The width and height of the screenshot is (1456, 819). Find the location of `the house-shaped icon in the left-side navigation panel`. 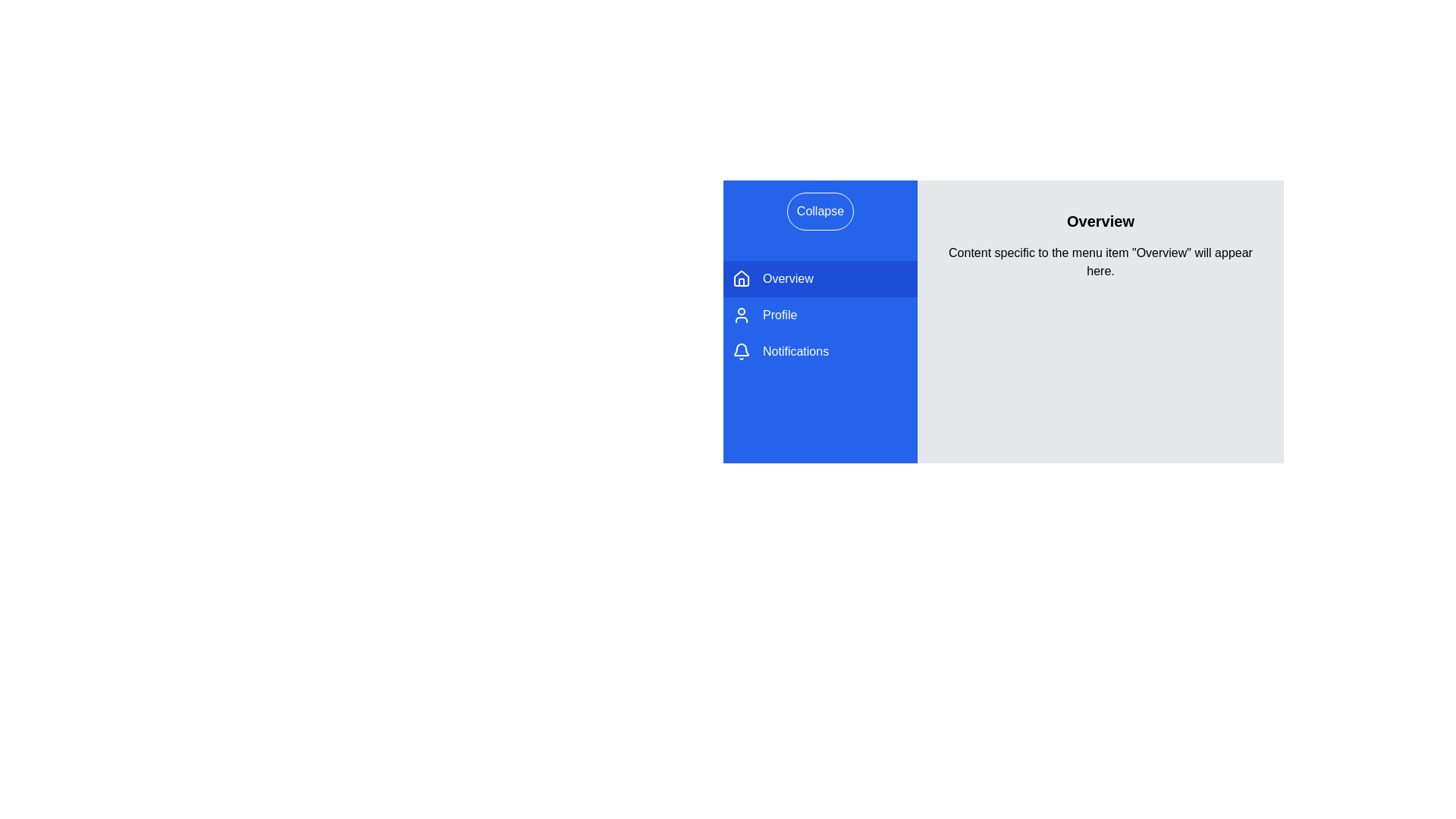

the house-shaped icon in the left-side navigation panel is located at coordinates (742, 278).